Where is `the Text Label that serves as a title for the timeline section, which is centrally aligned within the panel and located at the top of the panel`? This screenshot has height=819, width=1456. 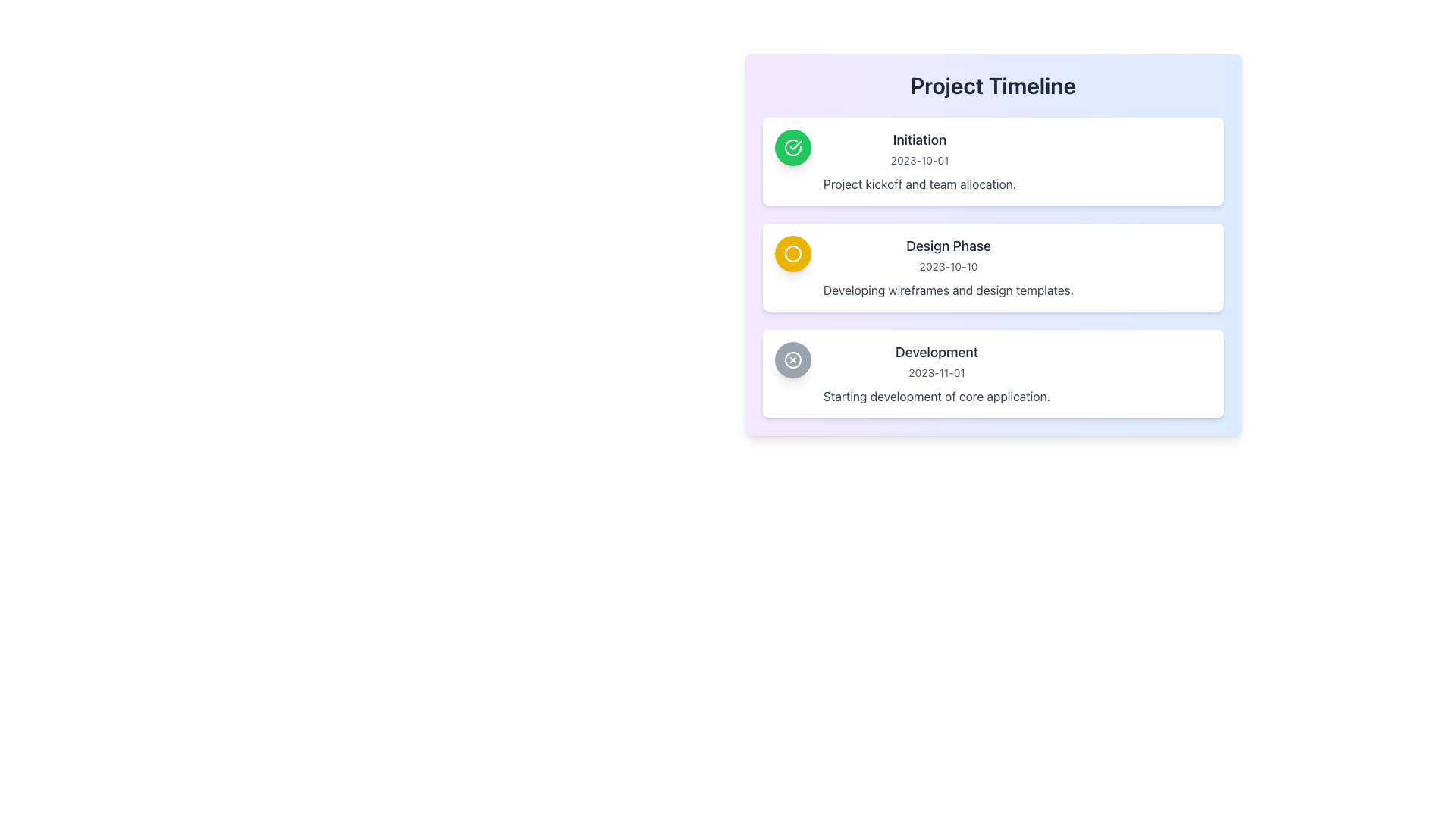
the Text Label that serves as a title for the timeline section, which is centrally aligned within the panel and located at the top of the panel is located at coordinates (993, 85).